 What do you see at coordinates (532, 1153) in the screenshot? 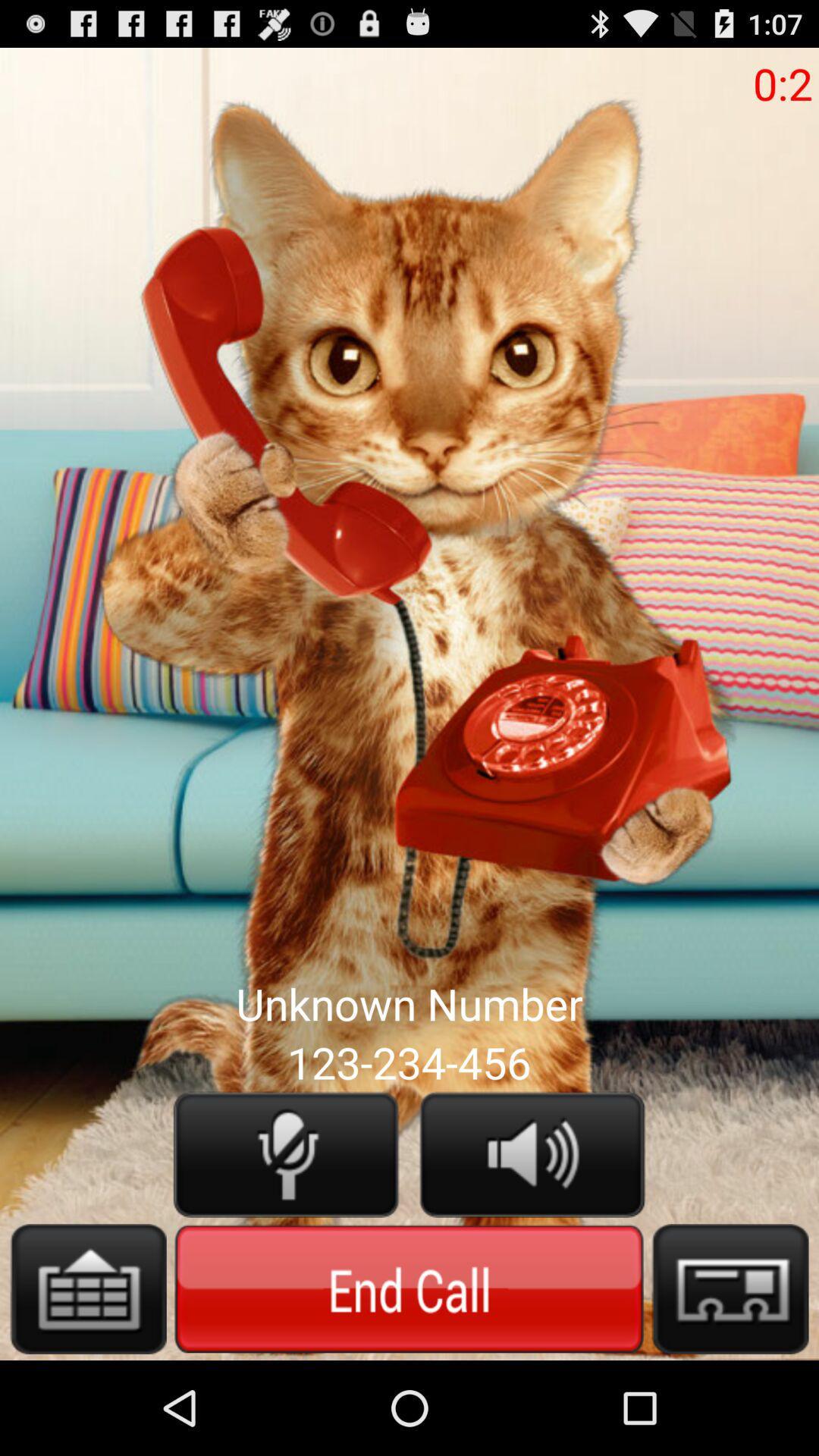
I see `sound option` at bounding box center [532, 1153].